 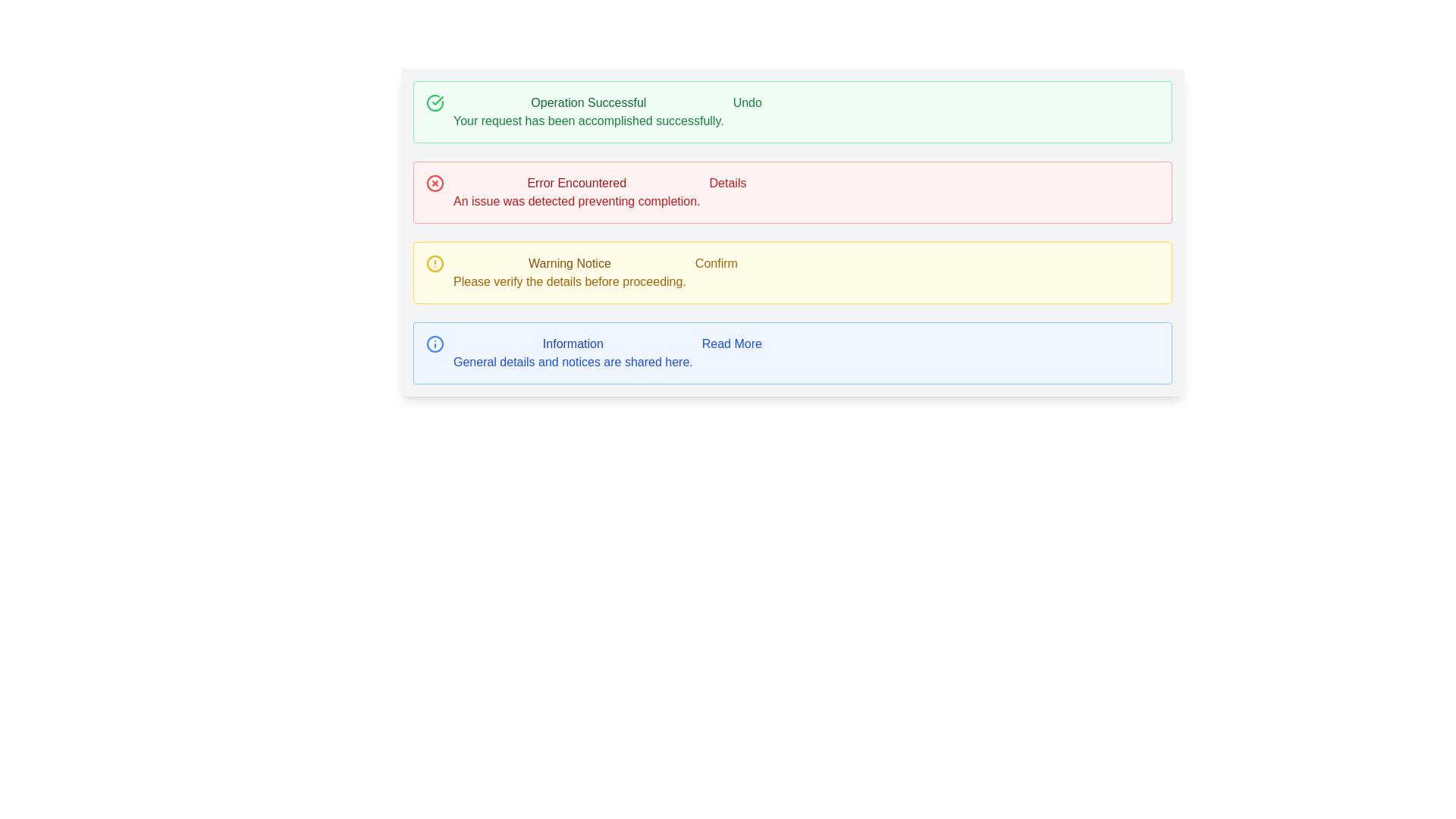 What do you see at coordinates (576, 183) in the screenshot?
I see `error heading text label that indicates the nature of the issue in the second section of status messages` at bounding box center [576, 183].